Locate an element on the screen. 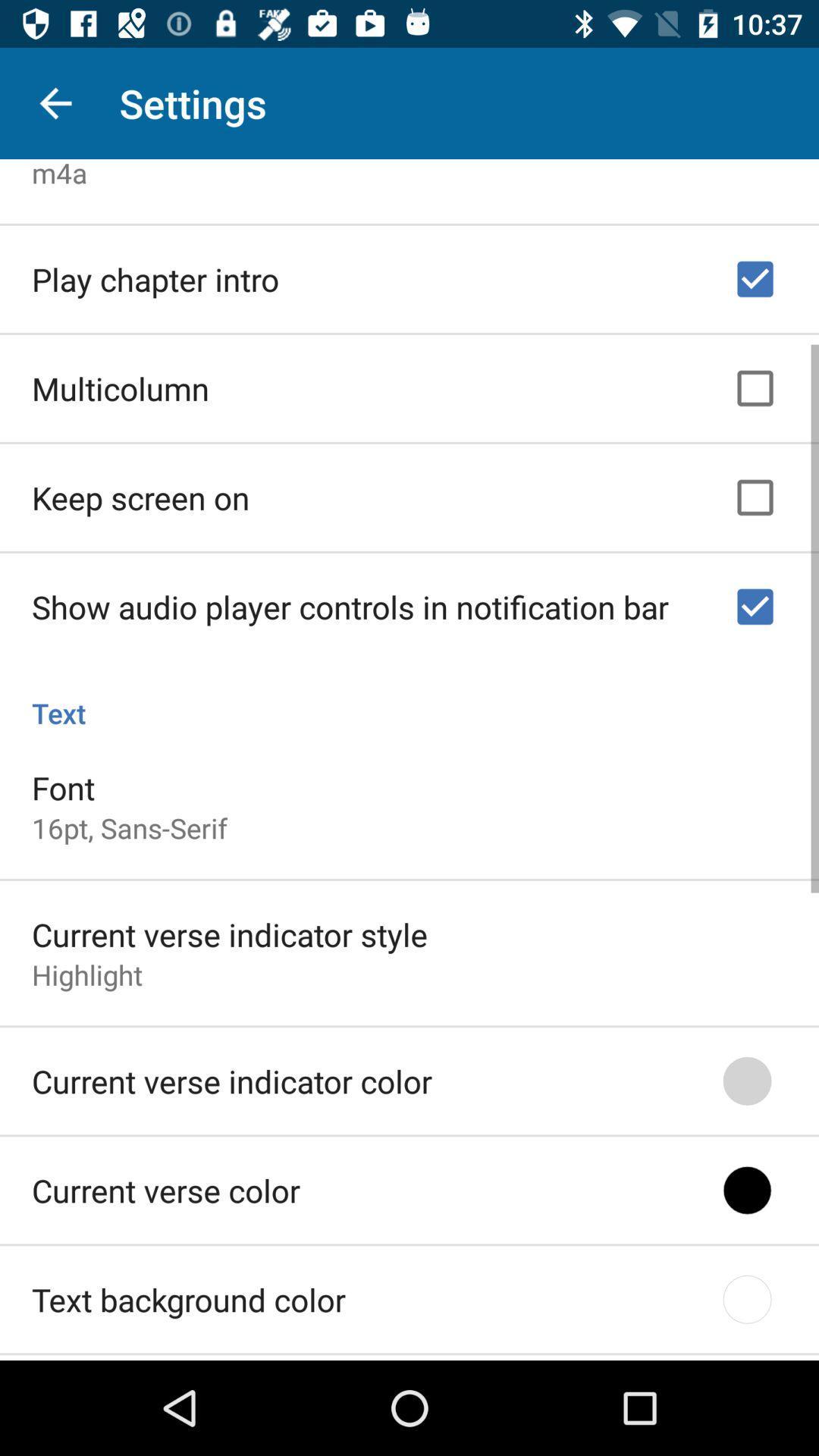 This screenshot has height=1456, width=819. icon above the multicolumn item is located at coordinates (155, 275).